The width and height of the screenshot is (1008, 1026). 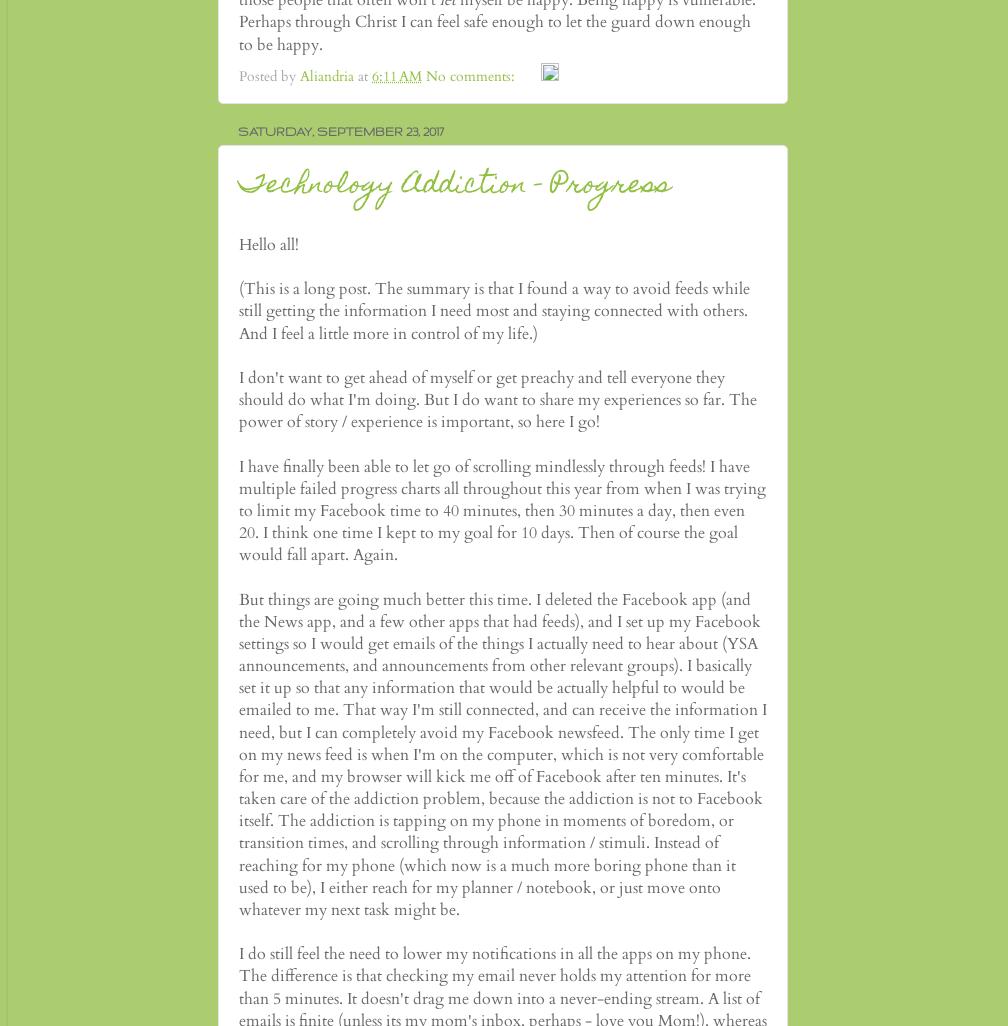 What do you see at coordinates (396, 74) in the screenshot?
I see `'6:11 AM'` at bounding box center [396, 74].